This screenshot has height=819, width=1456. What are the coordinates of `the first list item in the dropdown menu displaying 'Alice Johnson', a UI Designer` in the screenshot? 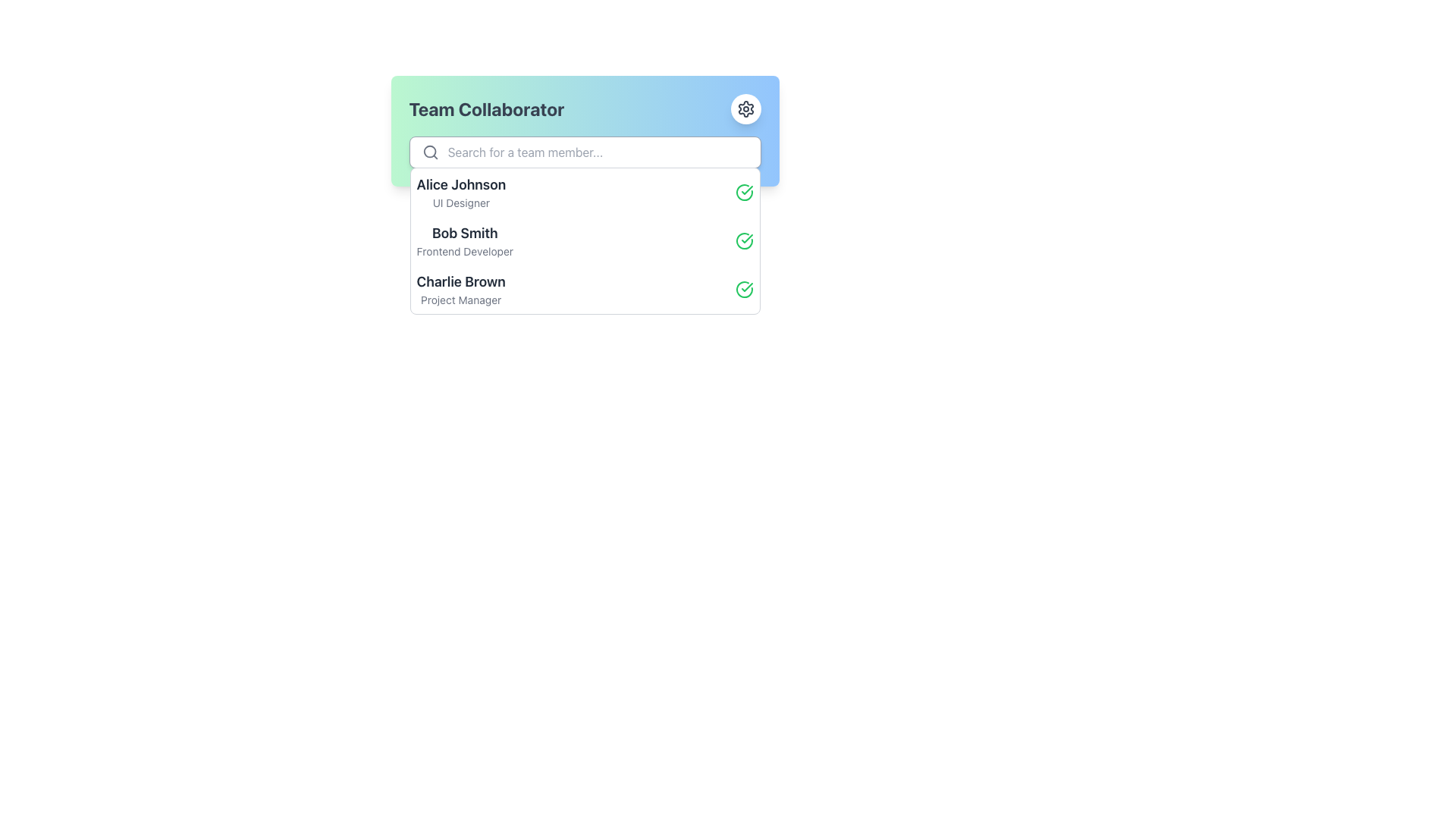 It's located at (584, 192).